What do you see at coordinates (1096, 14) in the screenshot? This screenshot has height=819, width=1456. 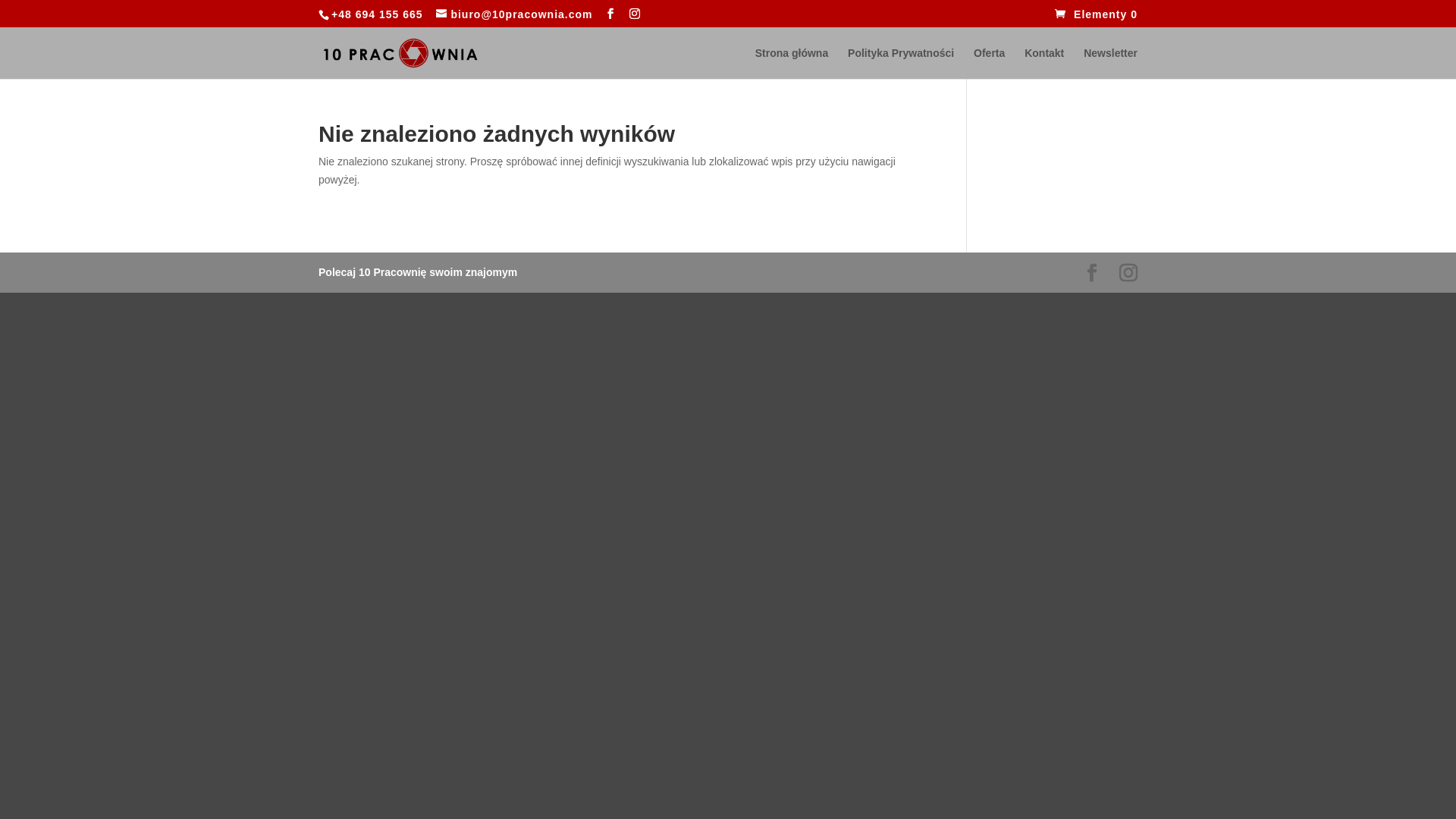 I see `'Elementy 0'` at bounding box center [1096, 14].